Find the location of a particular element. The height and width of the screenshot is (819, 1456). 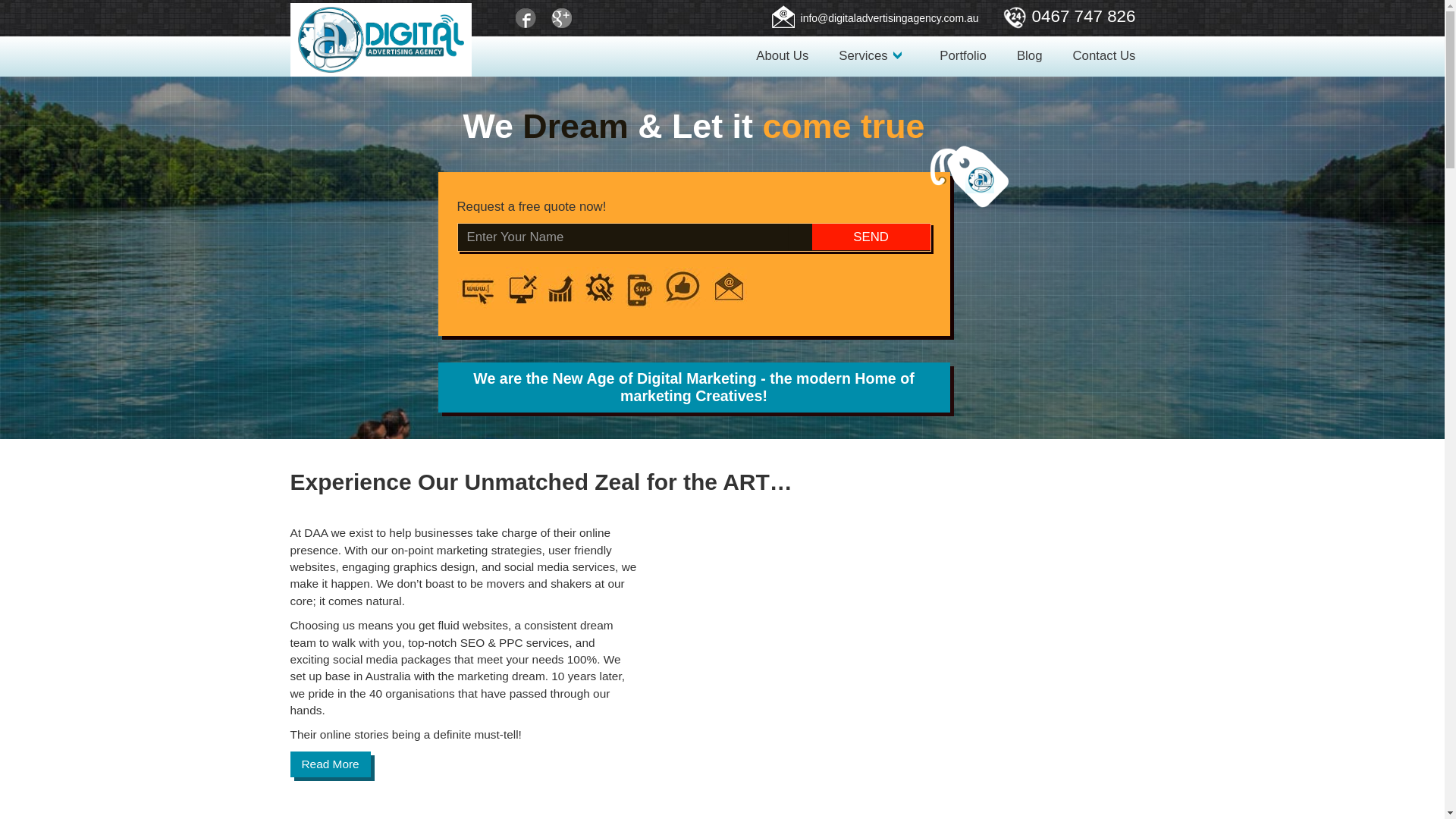

'Read More' is located at coordinates (329, 764).